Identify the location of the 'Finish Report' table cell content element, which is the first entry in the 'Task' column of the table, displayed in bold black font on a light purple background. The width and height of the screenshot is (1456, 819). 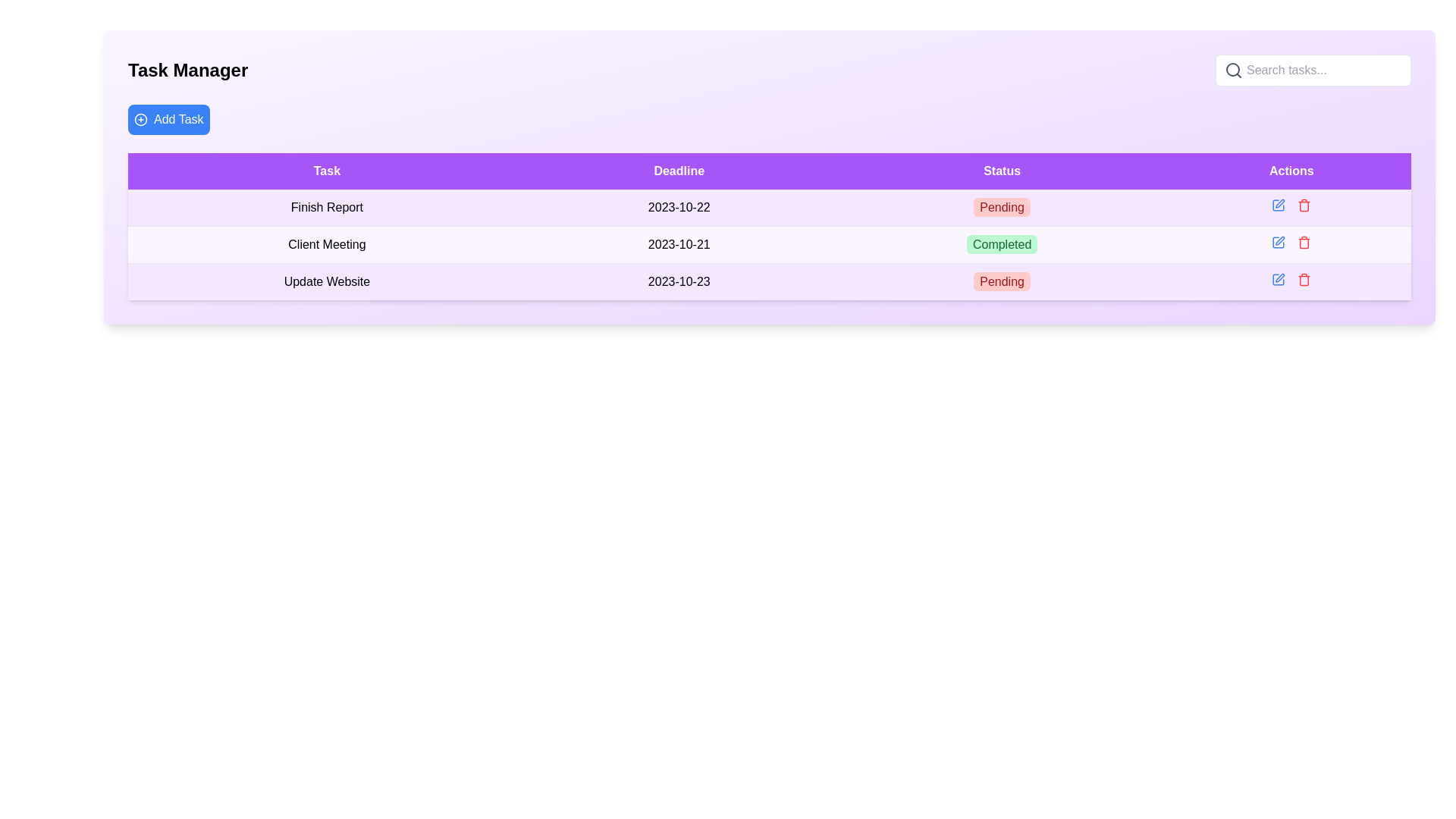
(326, 208).